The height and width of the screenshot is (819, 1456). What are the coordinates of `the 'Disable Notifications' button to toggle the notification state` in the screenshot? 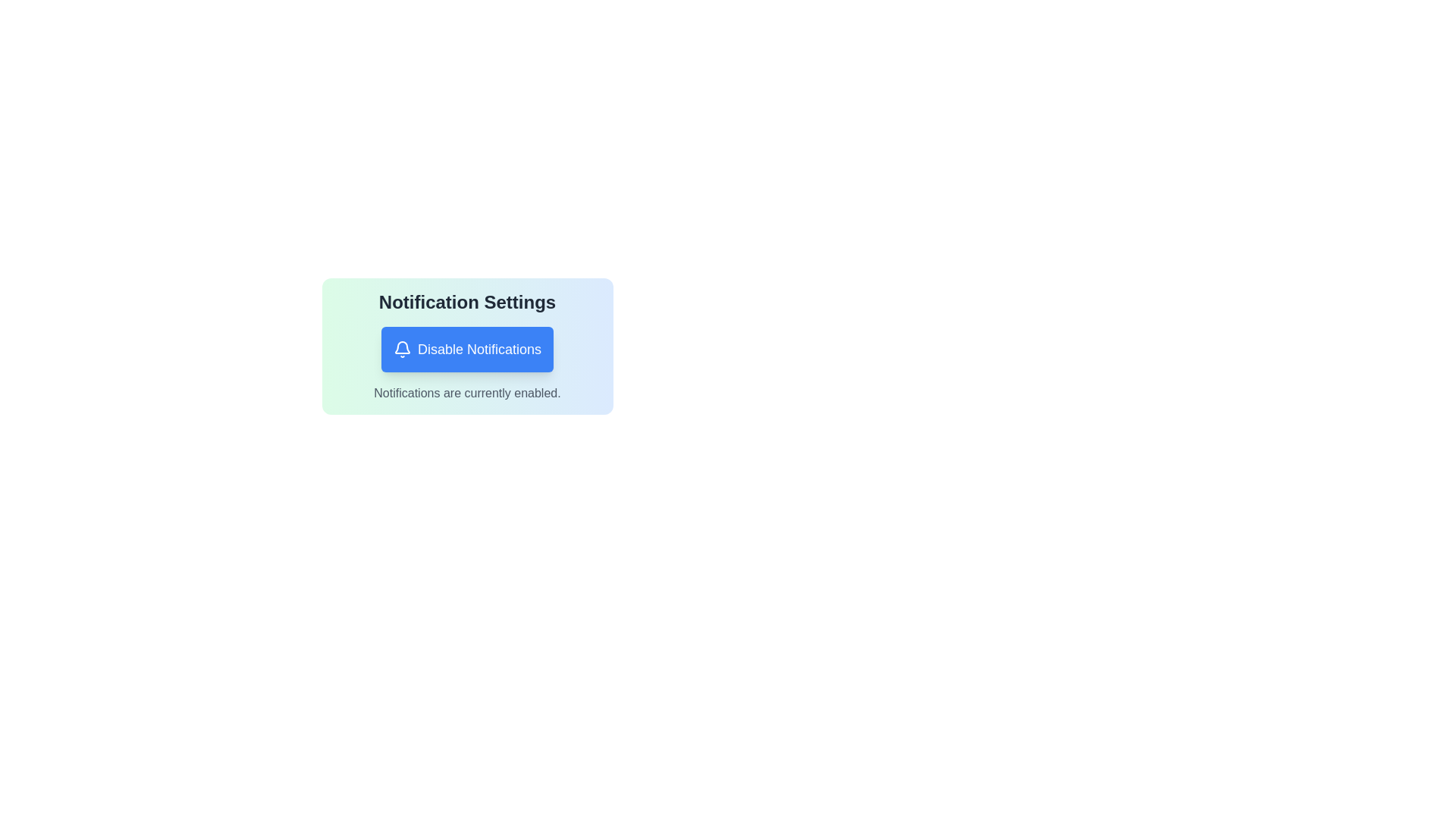 It's located at (466, 350).